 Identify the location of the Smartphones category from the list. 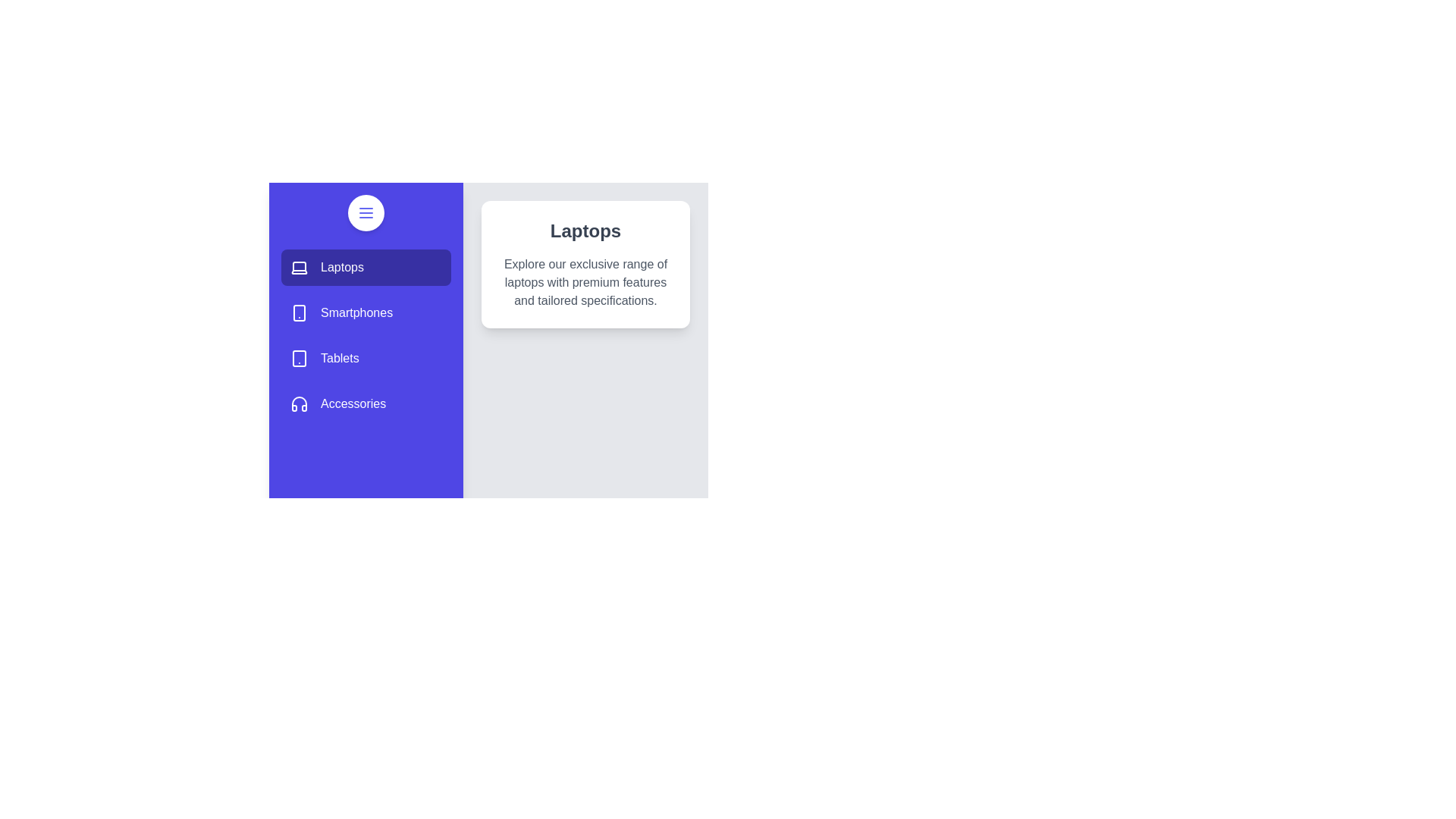
(366, 312).